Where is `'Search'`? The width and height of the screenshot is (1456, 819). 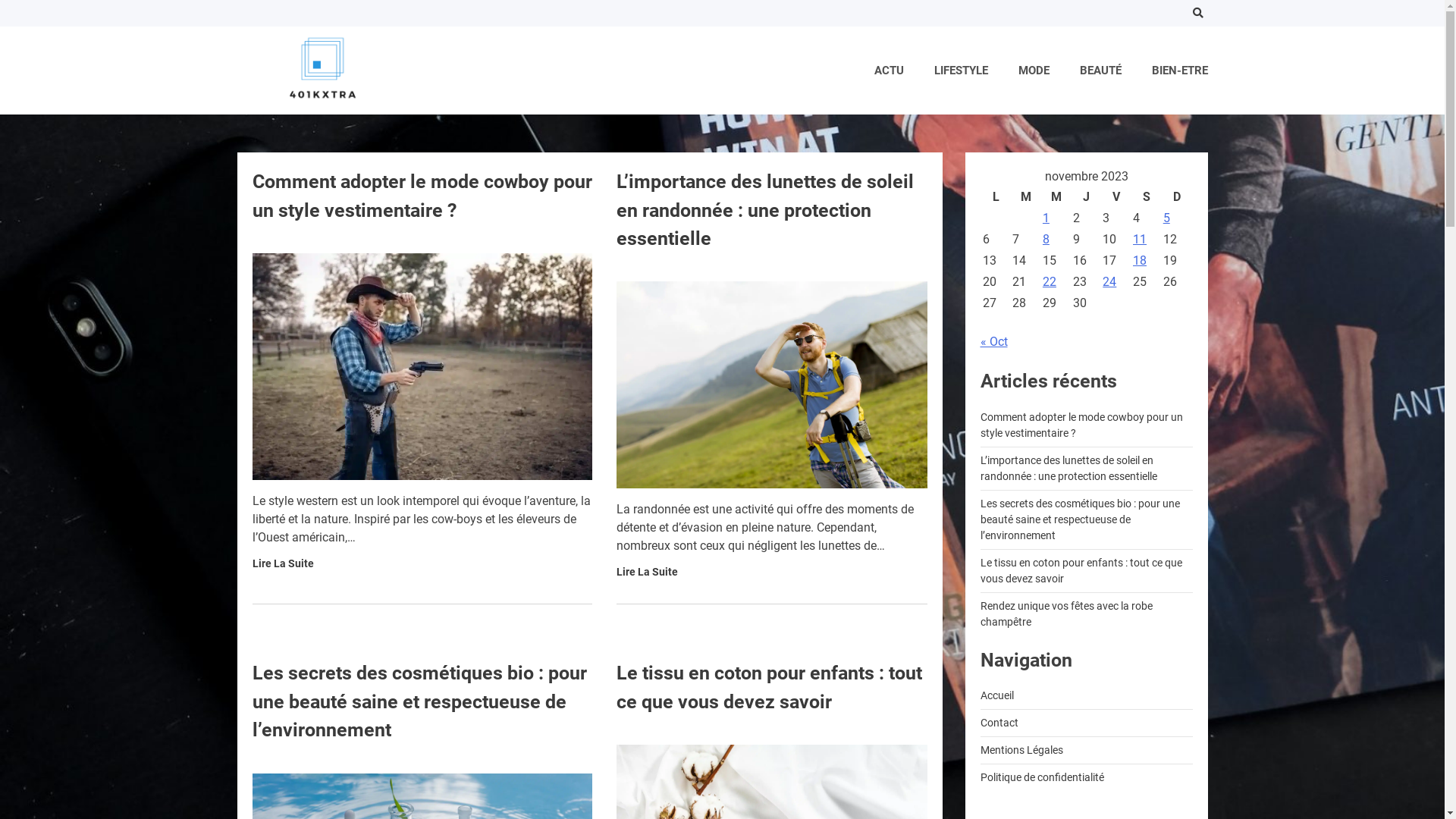 'Search' is located at coordinates (1197, 13).